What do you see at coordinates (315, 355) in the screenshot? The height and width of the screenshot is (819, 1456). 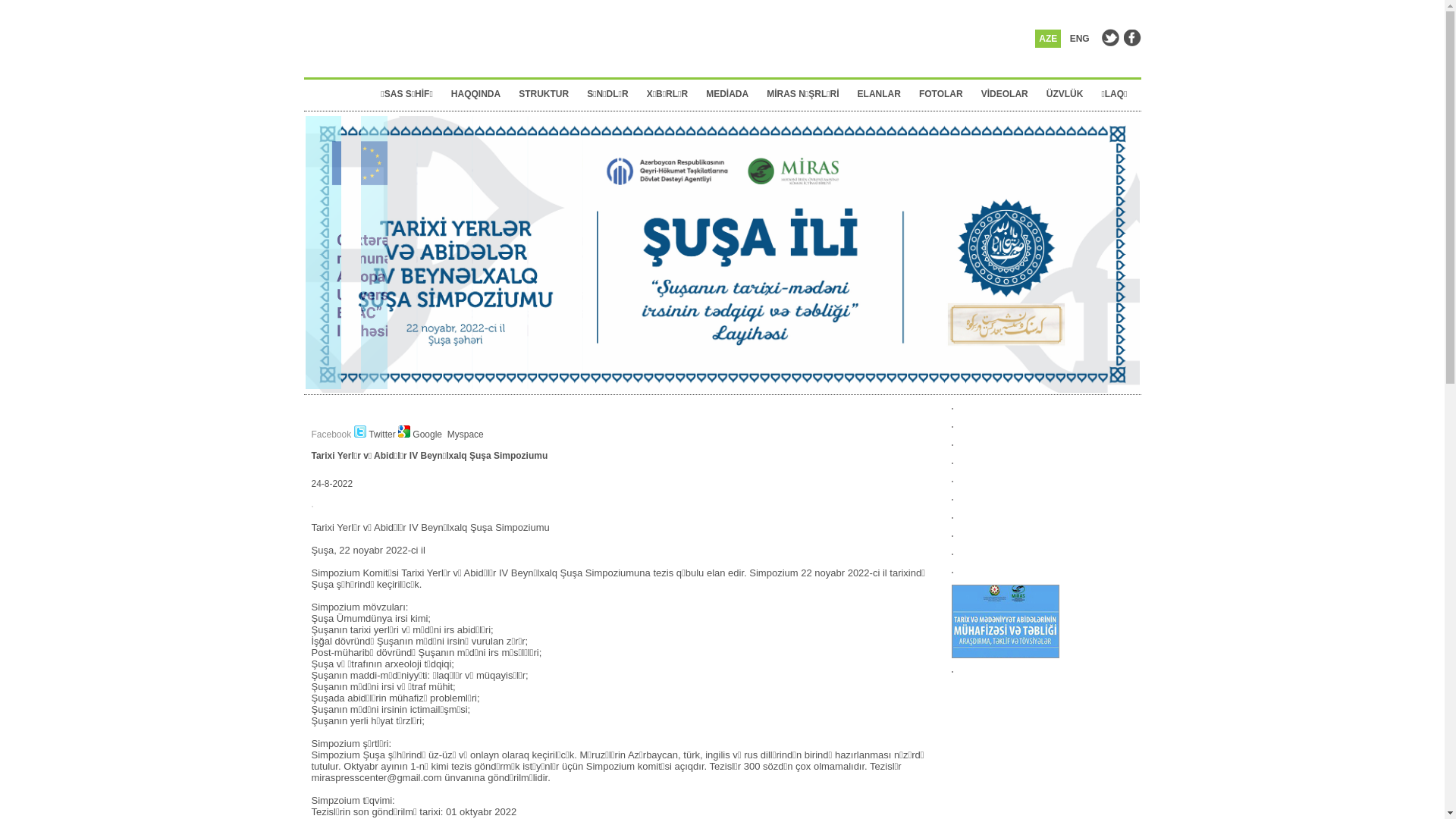 I see `'Prev'` at bounding box center [315, 355].